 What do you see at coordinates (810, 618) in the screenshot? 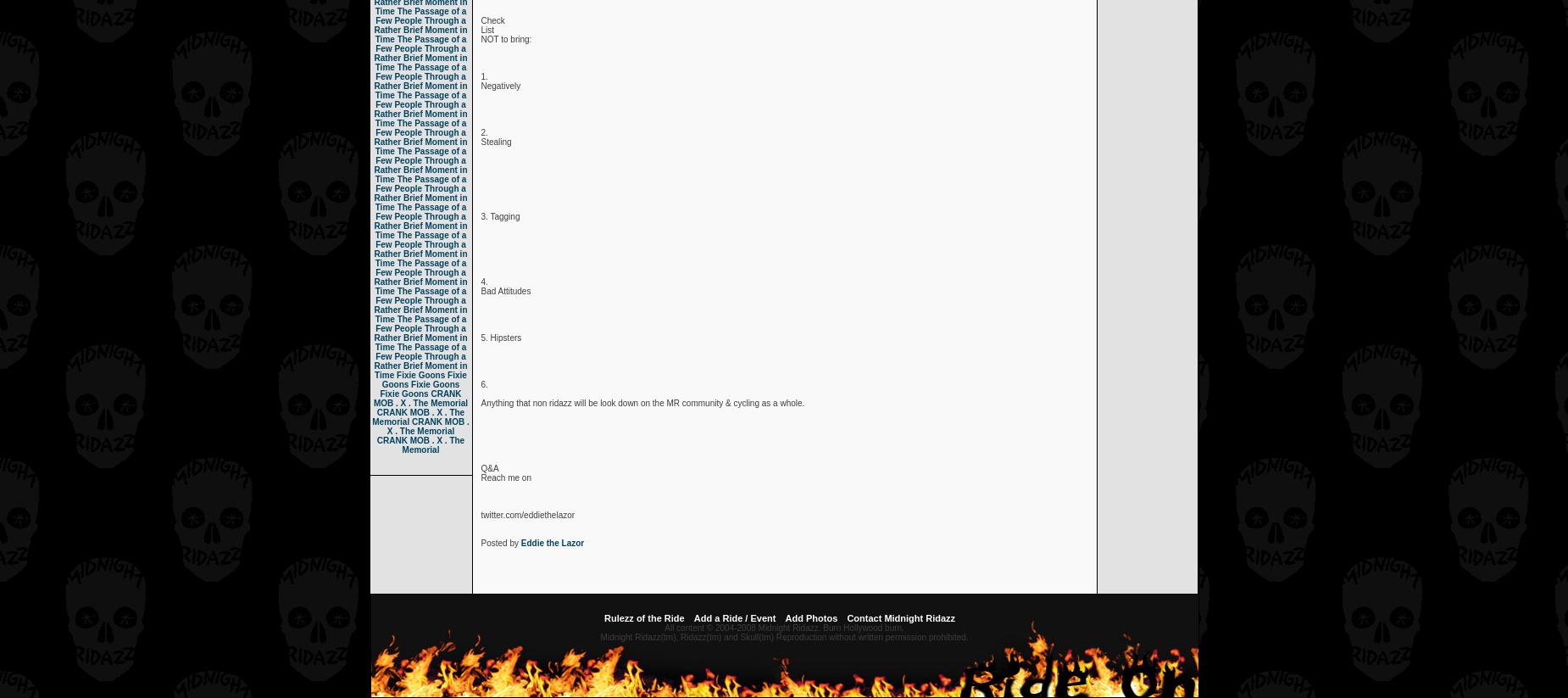
I see `'Add Photos'` at bounding box center [810, 618].